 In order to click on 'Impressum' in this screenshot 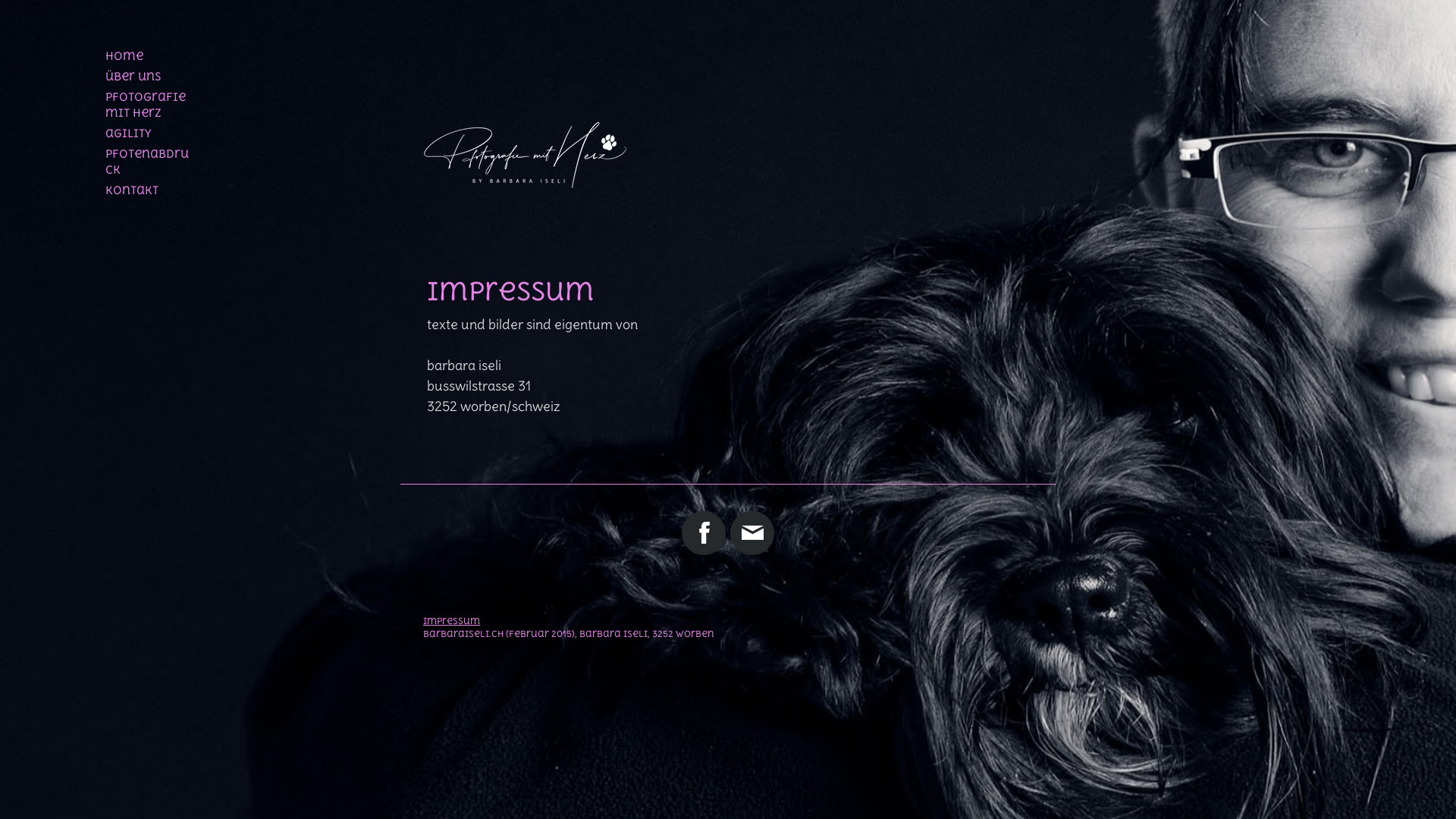, I will do `click(450, 620)`.